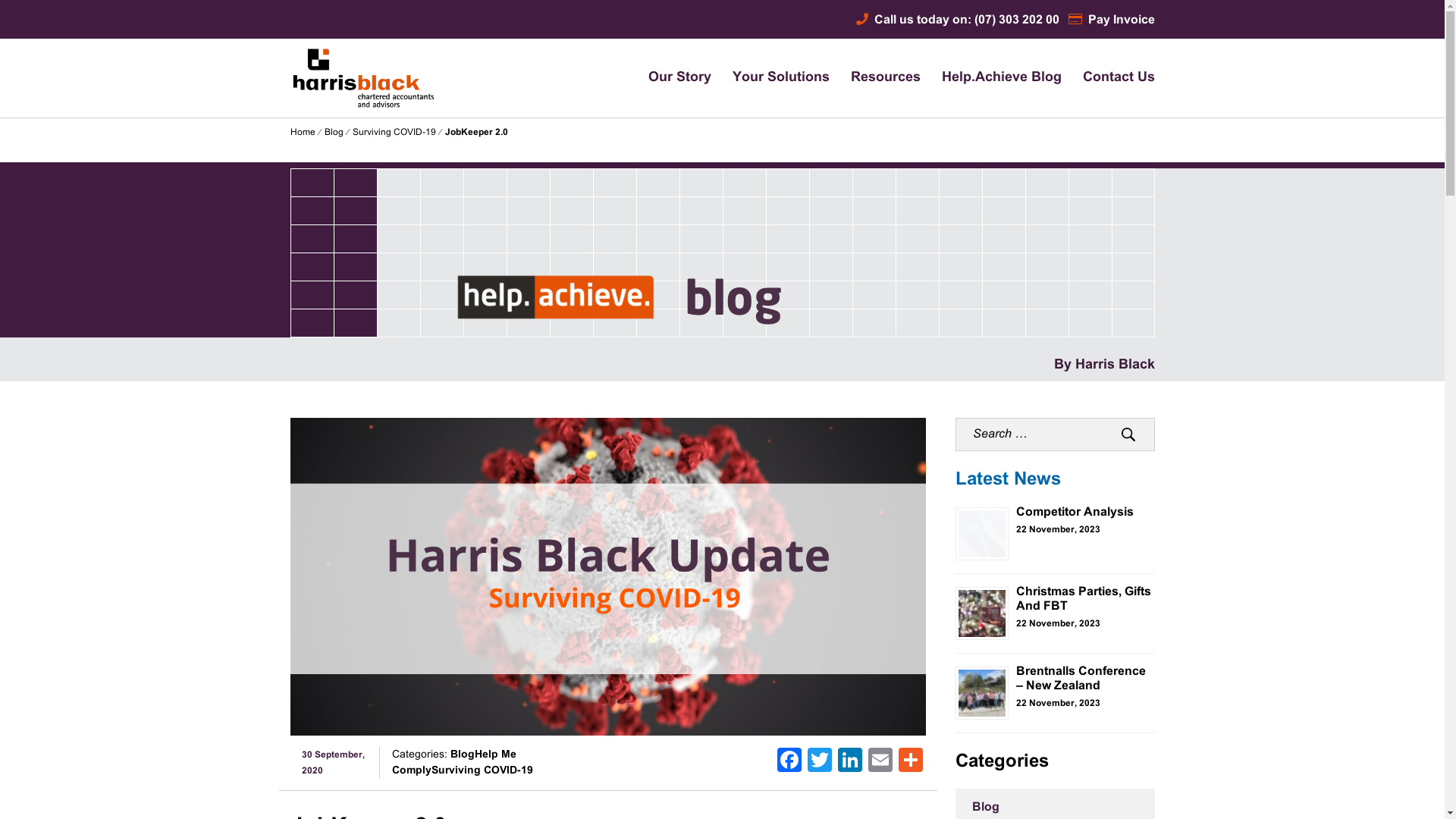  I want to click on 'LinkedIn', so click(850, 763).